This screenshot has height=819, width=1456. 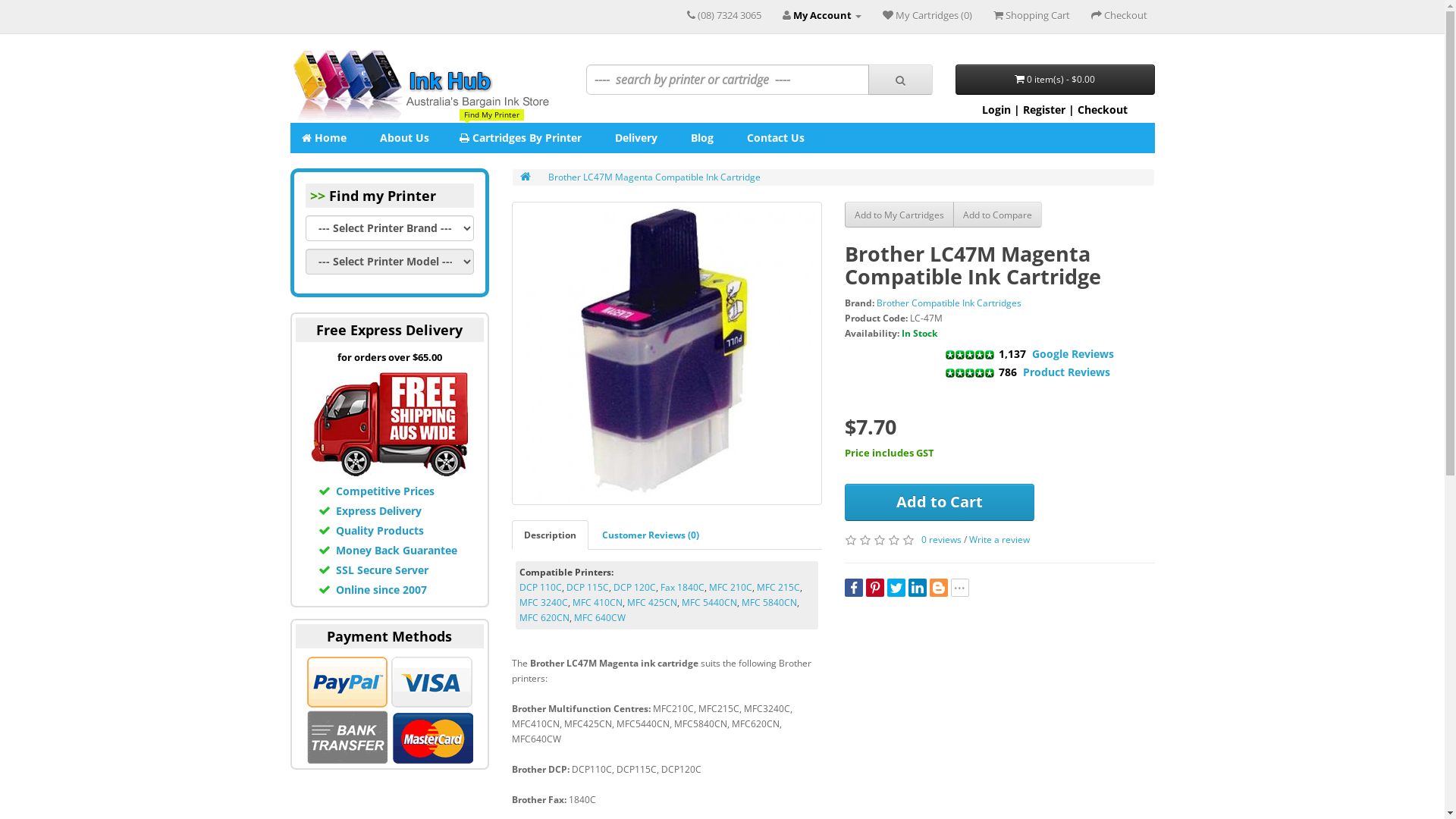 I want to click on 'MFC 215C', so click(x=778, y=586).